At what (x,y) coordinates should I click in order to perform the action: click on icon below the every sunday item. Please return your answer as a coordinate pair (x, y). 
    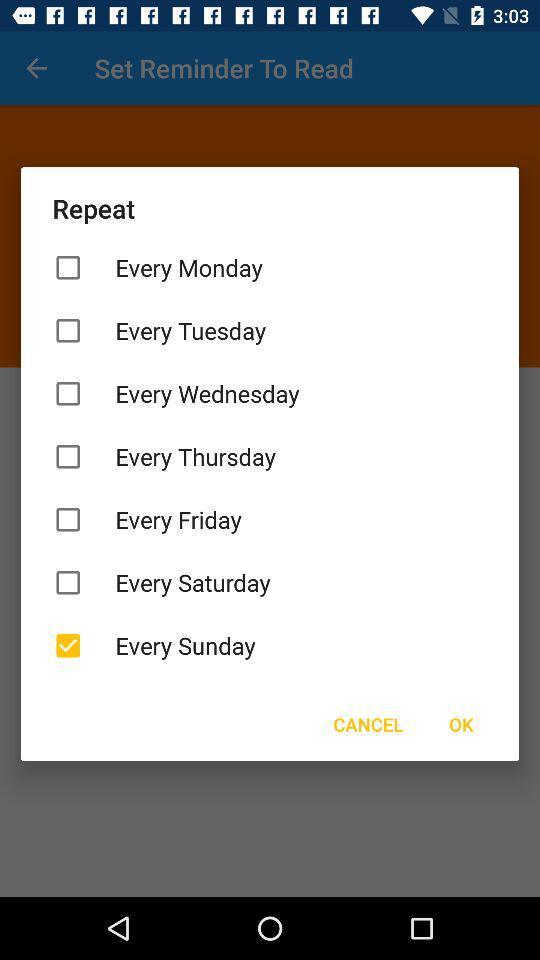
    Looking at the image, I should click on (367, 723).